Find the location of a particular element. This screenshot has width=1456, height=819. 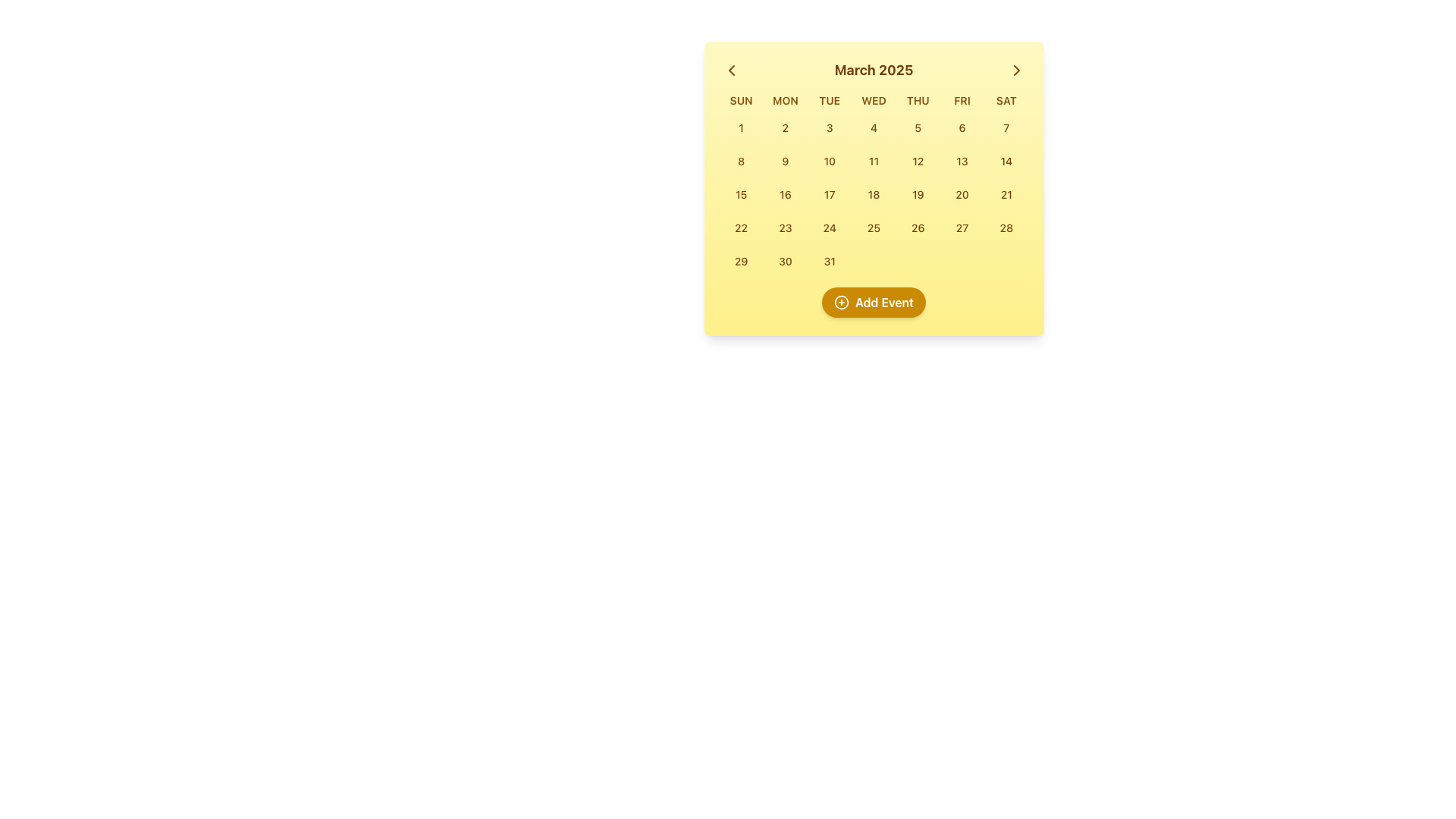

on the number '23' text label inside the date cell of the calendar interface is located at coordinates (785, 227).